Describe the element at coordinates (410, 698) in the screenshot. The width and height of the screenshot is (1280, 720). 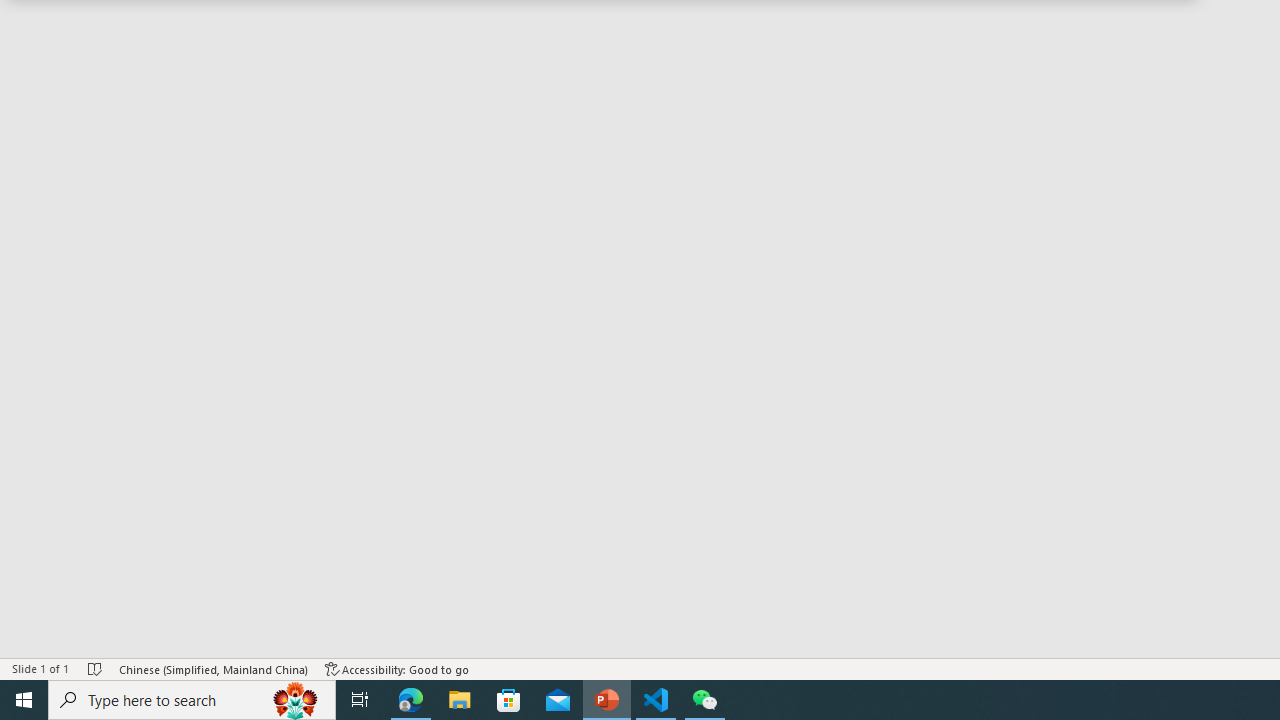
I see `'Microsoft Edge - 1 running window'` at that location.